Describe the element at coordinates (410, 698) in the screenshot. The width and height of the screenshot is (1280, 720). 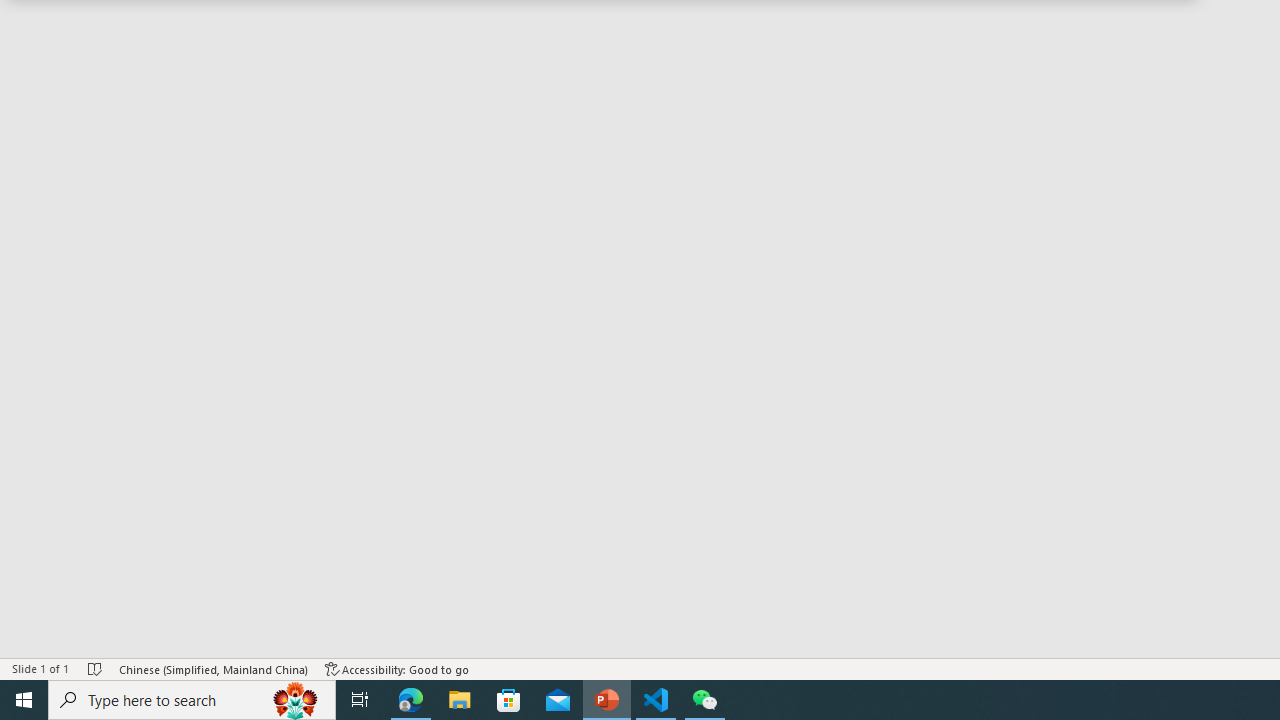
I see `'Microsoft Edge - 1 running window'` at that location.